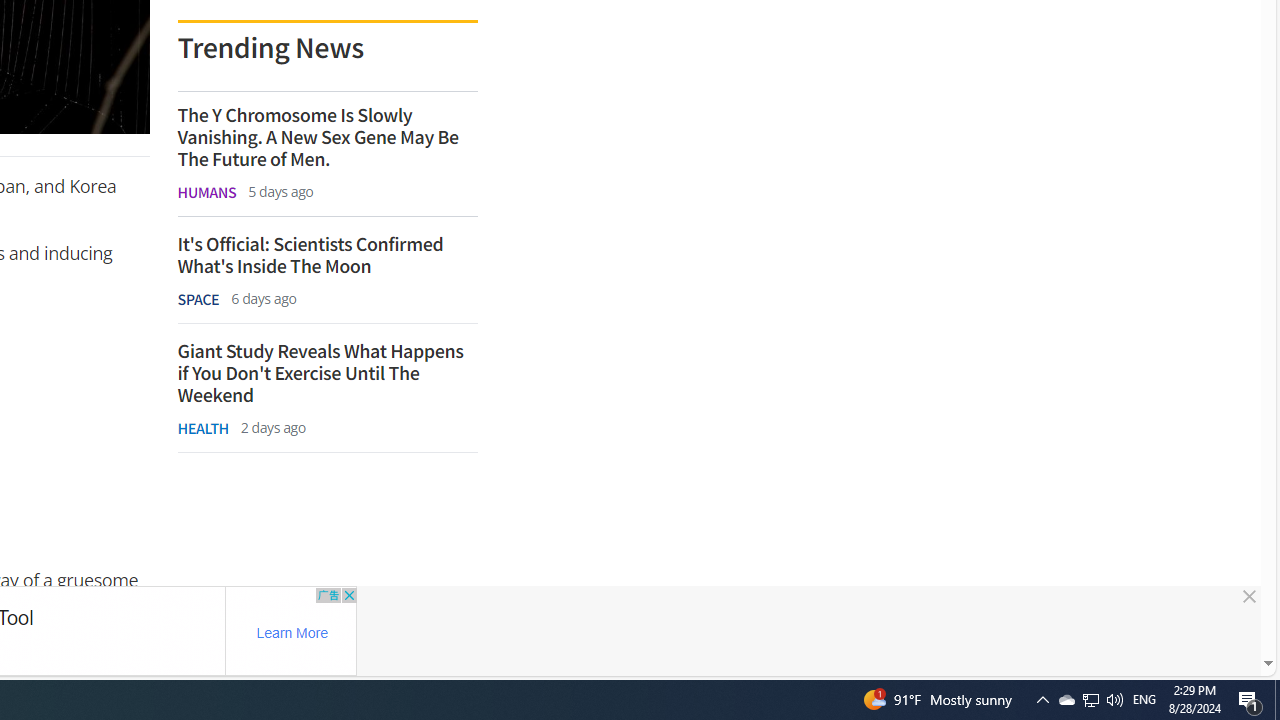 This screenshot has height=720, width=1280. Describe the element at coordinates (327, 254) in the screenshot. I see `'It'` at that location.